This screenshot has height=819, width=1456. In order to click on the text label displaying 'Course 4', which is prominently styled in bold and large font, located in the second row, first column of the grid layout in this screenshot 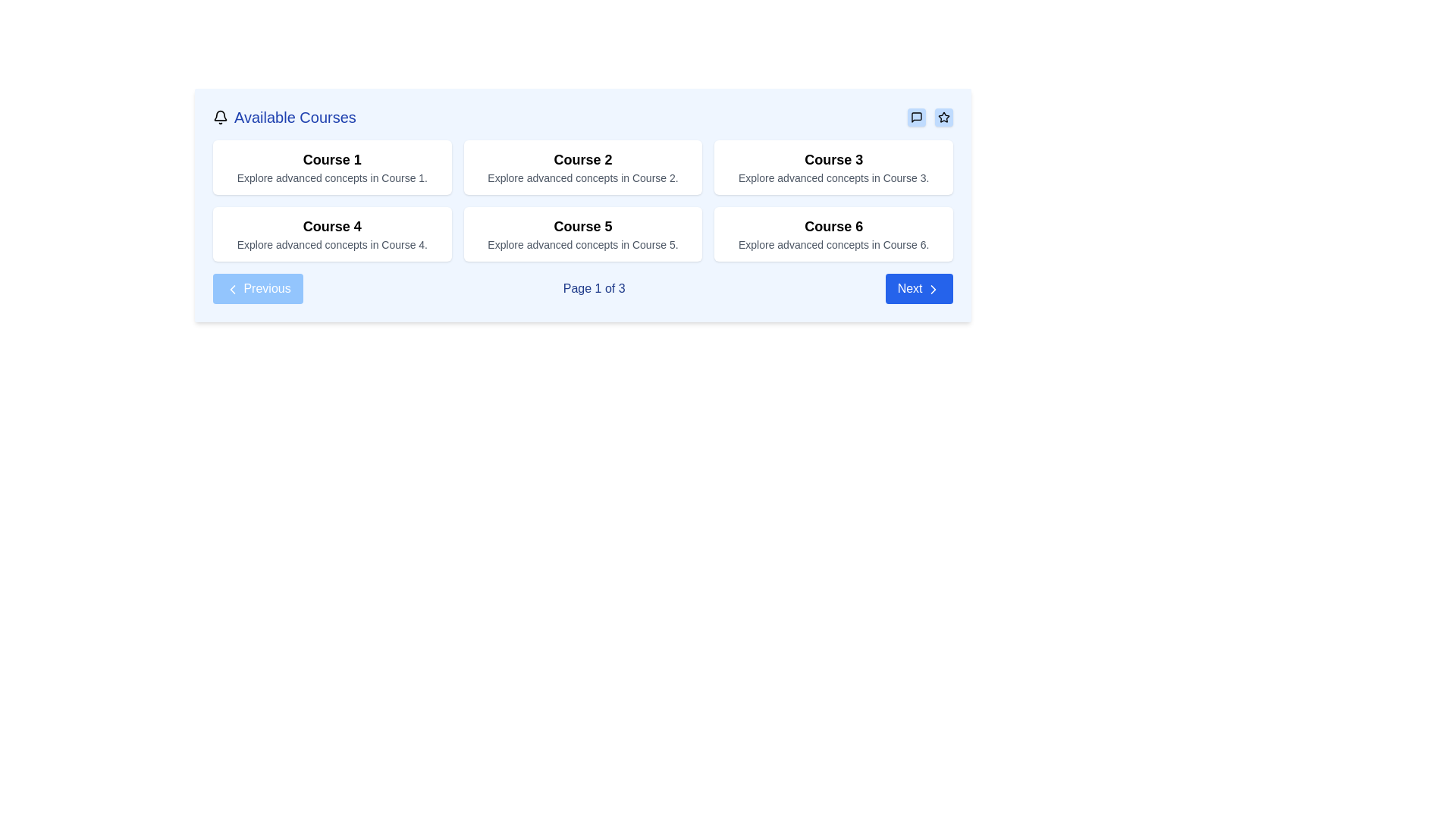, I will do `click(331, 227)`.